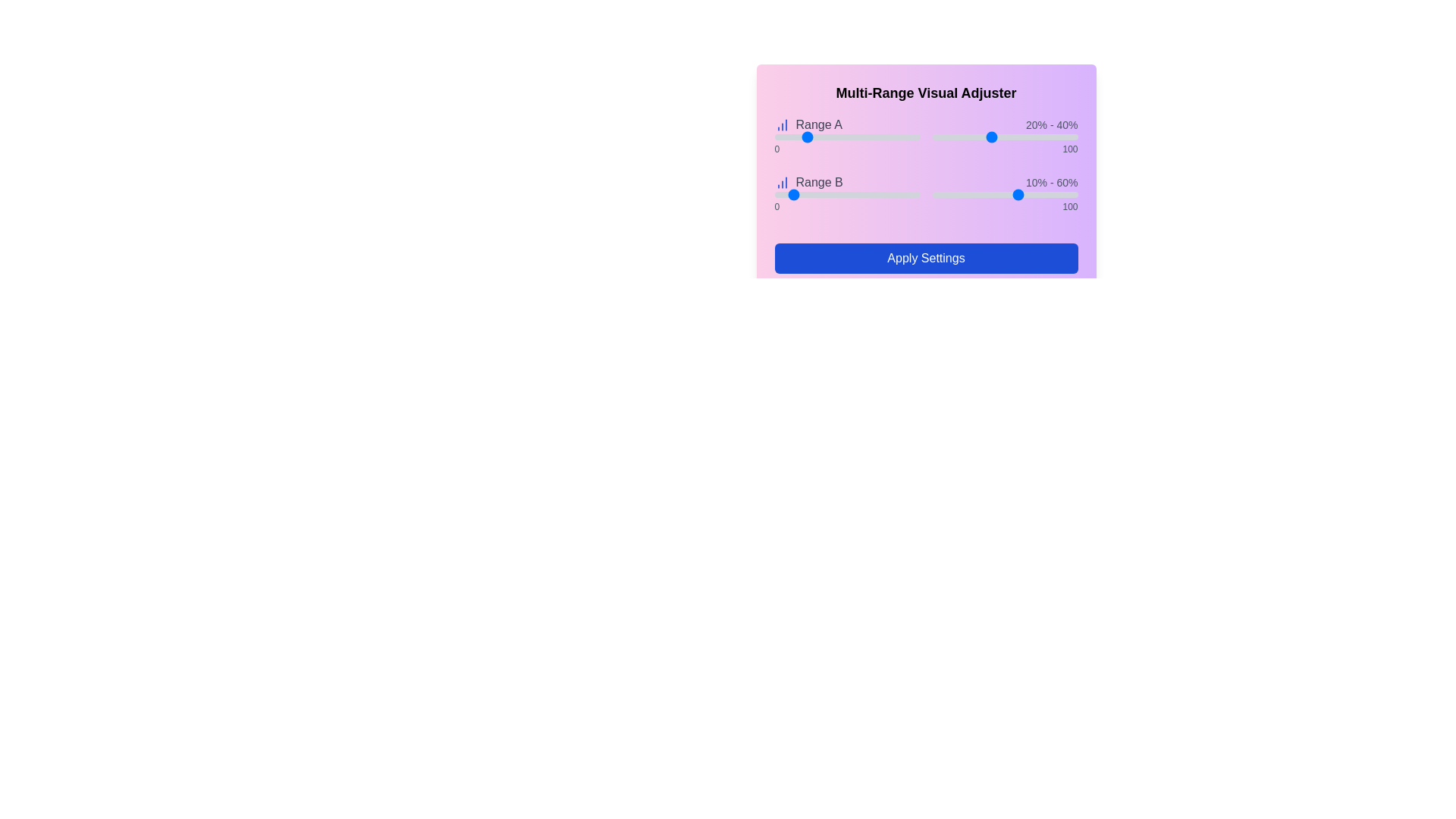 The height and width of the screenshot is (819, 1456). Describe the element at coordinates (1067, 194) in the screenshot. I see `the Range B slider` at that location.